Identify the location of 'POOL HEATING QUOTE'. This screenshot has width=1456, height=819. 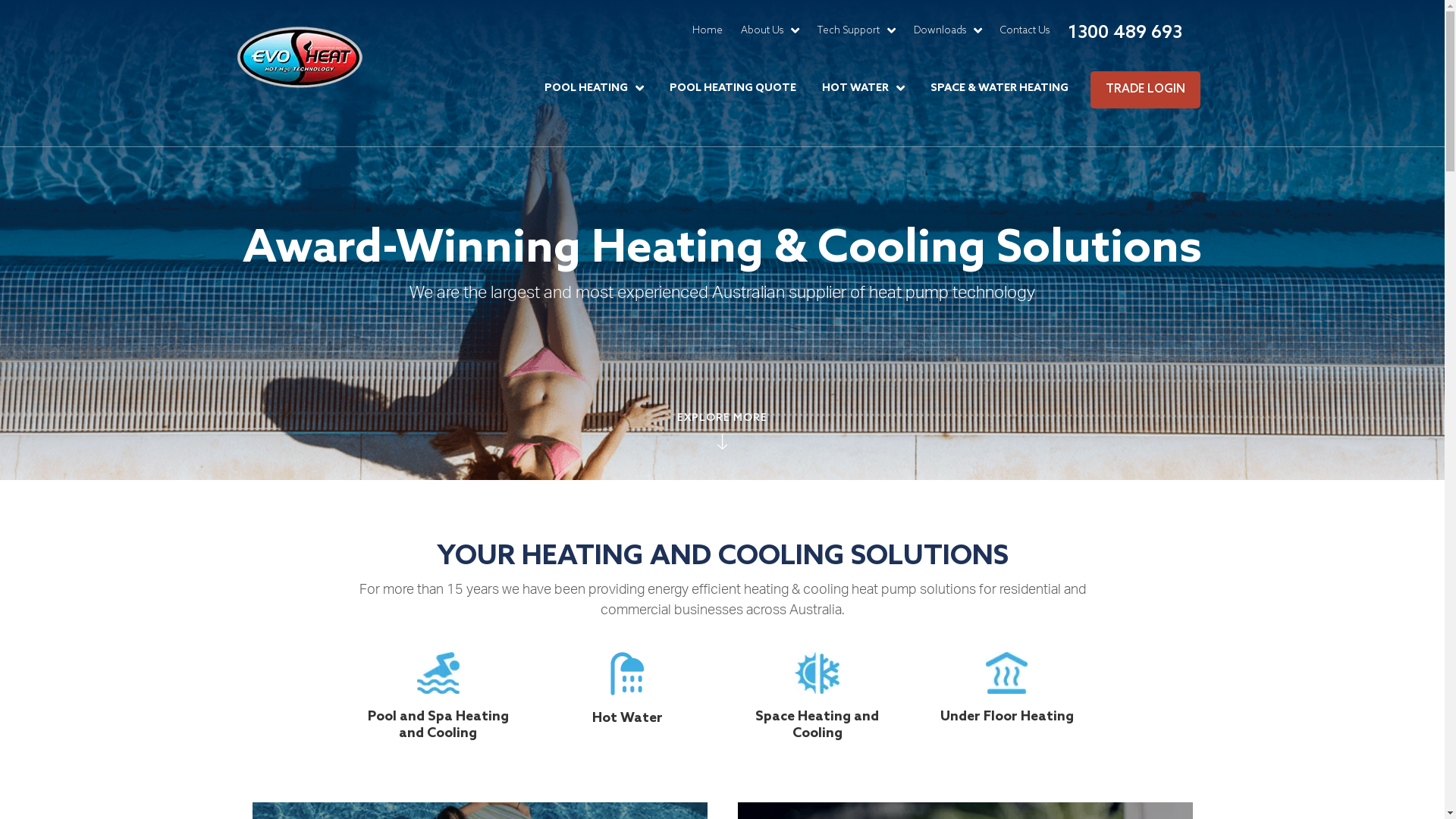
(732, 88).